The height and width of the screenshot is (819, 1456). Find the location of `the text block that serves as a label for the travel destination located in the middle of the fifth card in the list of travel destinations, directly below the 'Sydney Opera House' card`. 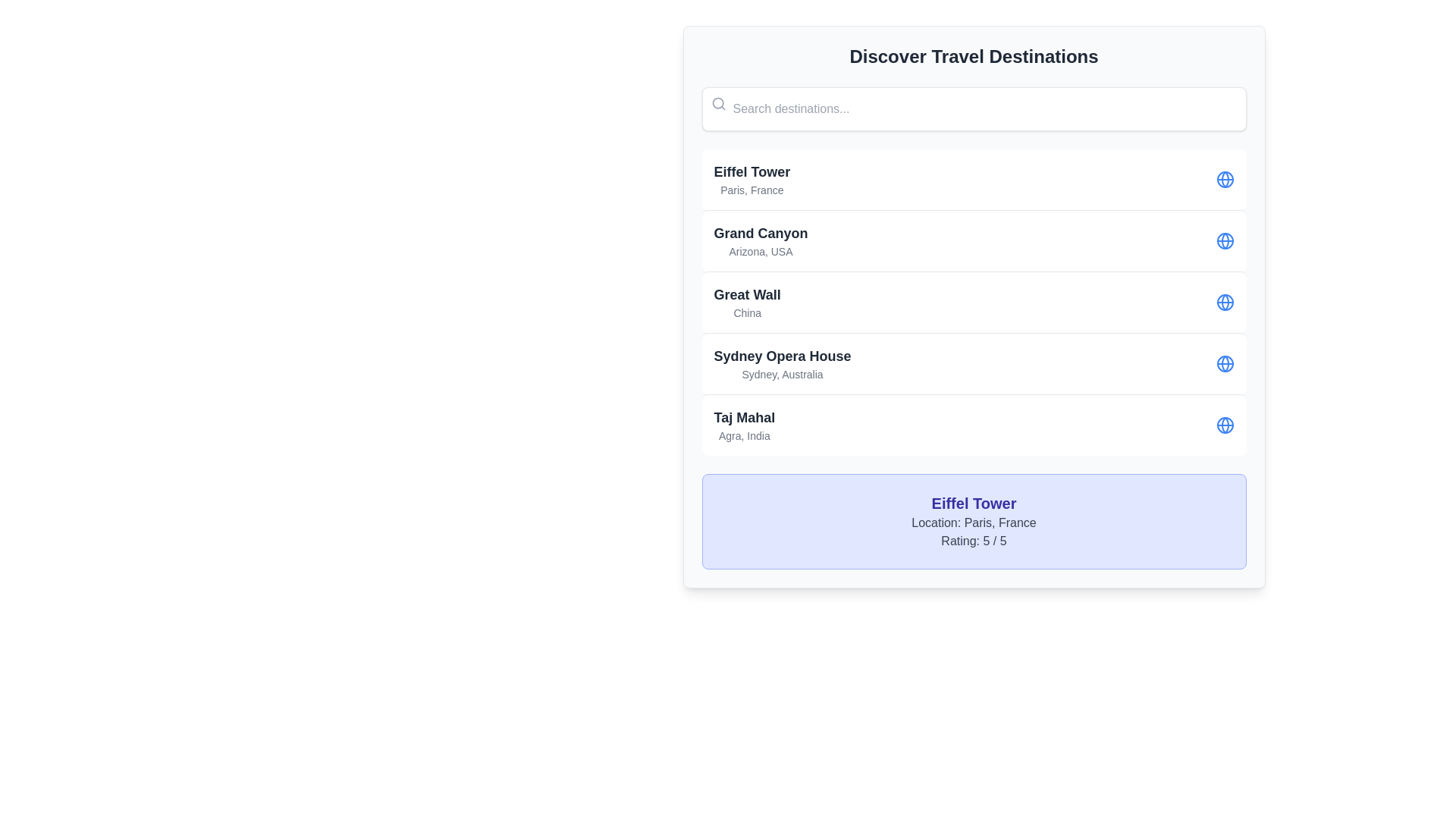

the text block that serves as a label for the travel destination located in the middle of the fifth card in the list of travel destinations, directly below the 'Sydney Opera House' card is located at coordinates (744, 425).